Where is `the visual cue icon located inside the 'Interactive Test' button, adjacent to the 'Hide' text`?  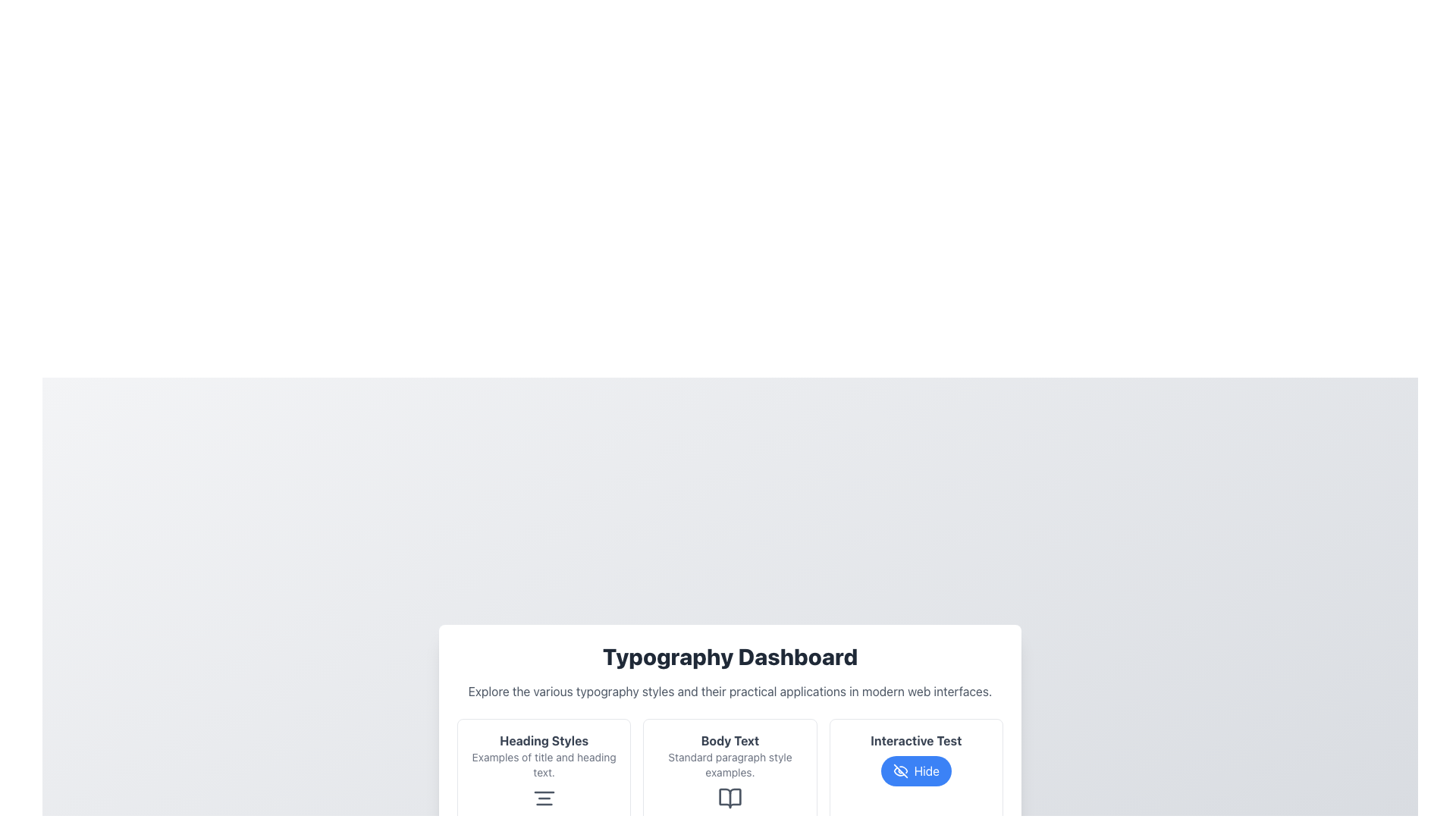
the visual cue icon located inside the 'Interactive Test' button, adjacent to the 'Hide' text is located at coordinates (899, 771).